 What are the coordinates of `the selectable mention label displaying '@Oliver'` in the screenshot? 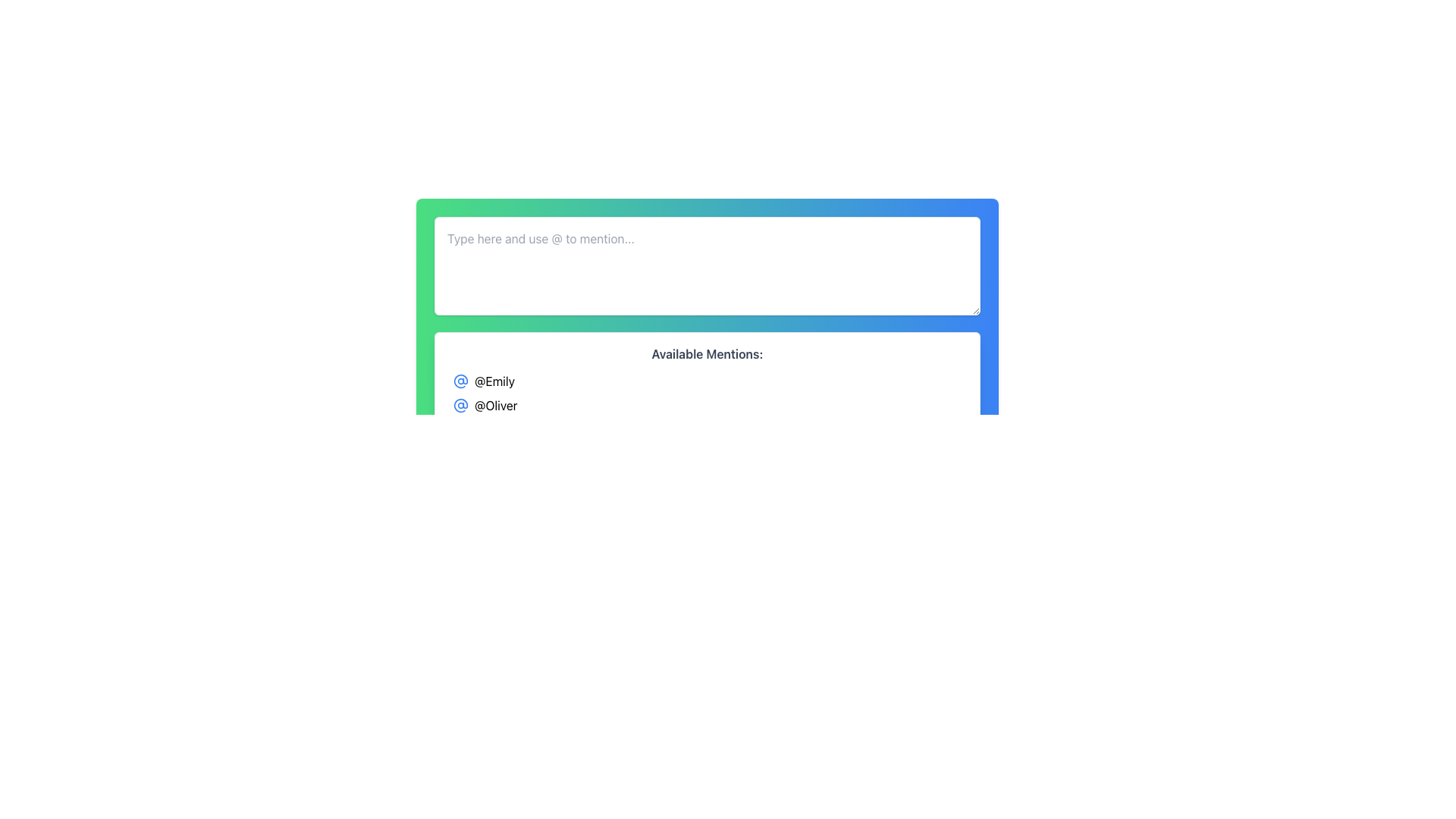 It's located at (496, 405).